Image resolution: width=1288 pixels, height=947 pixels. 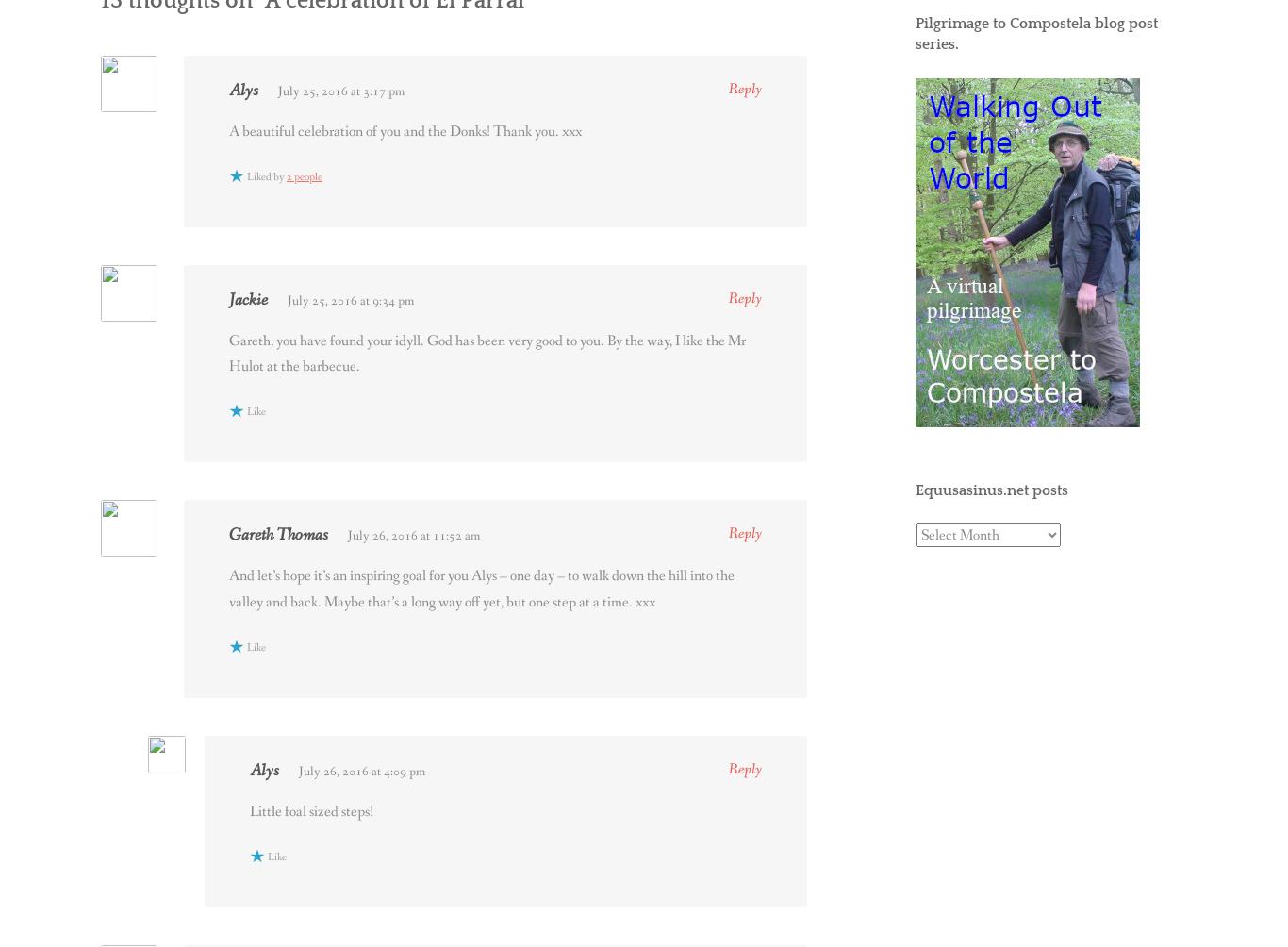 I want to click on 'Liked by', so click(x=246, y=176).